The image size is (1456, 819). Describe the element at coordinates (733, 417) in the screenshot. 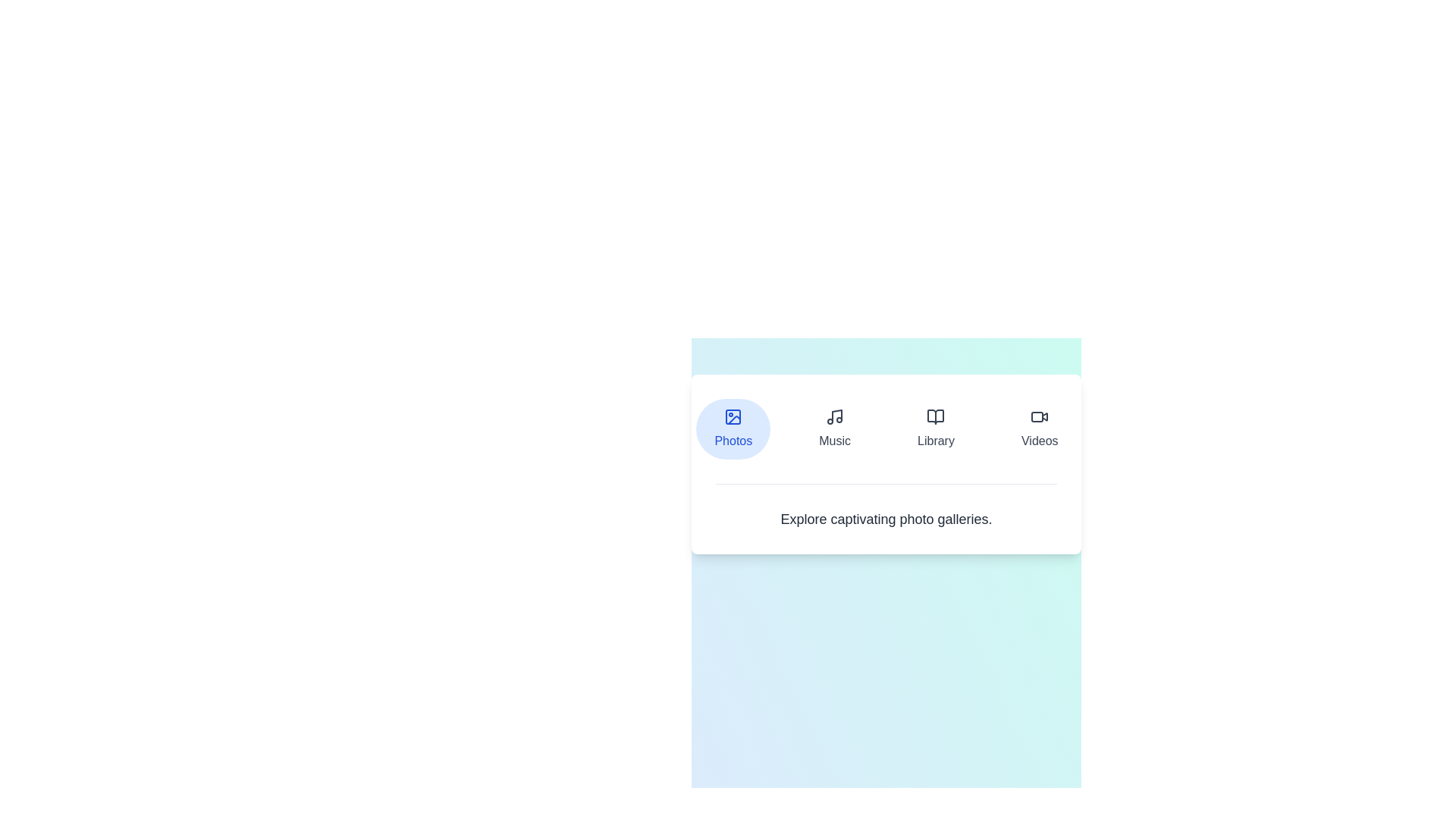

I see `the 'Photos' icon located at the top-left corner of the blue-shaded card interface` at that location.